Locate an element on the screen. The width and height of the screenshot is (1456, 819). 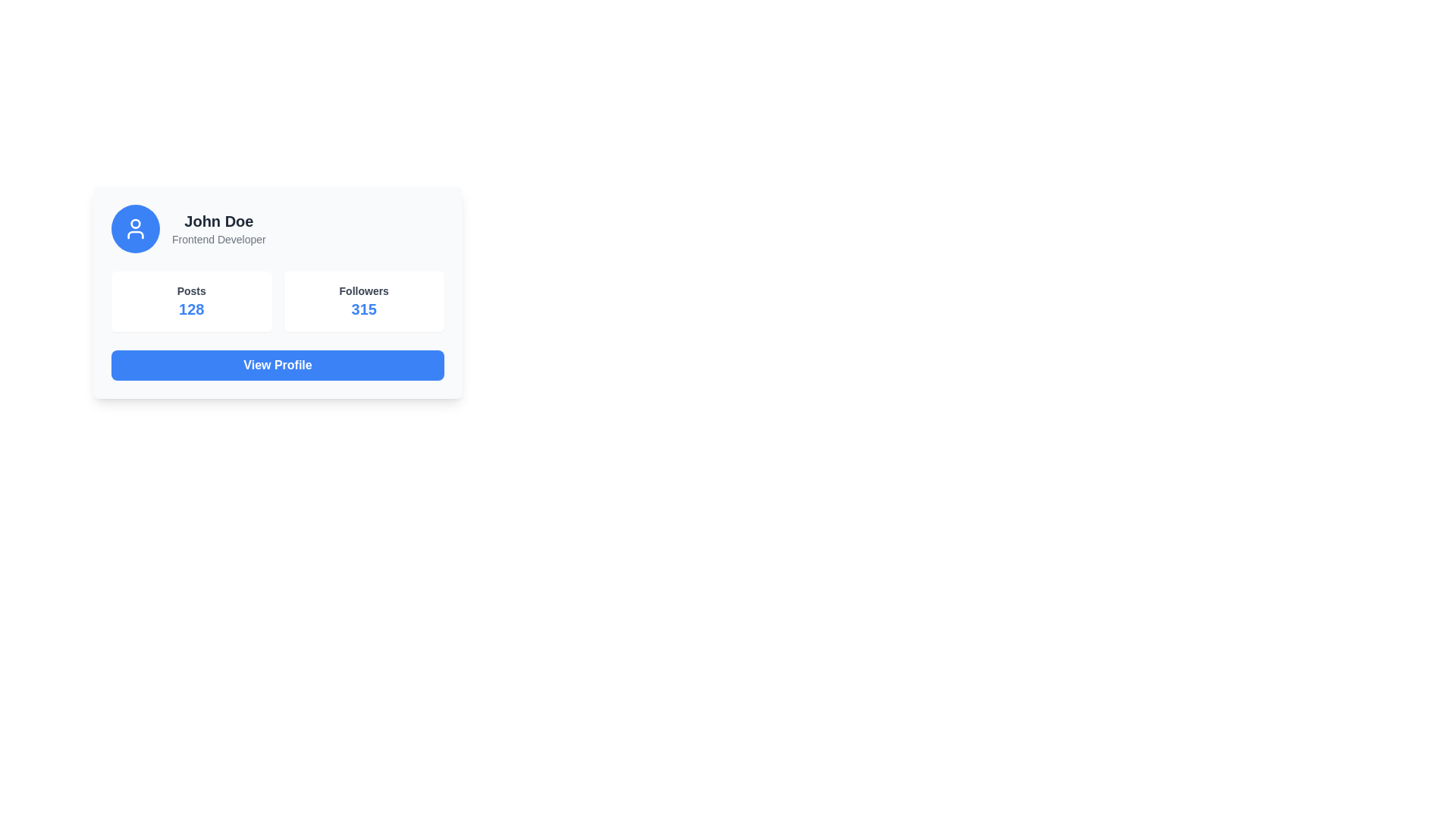
the text label displaying 'John Doe' in bold style is located at coordinates (218, 221).